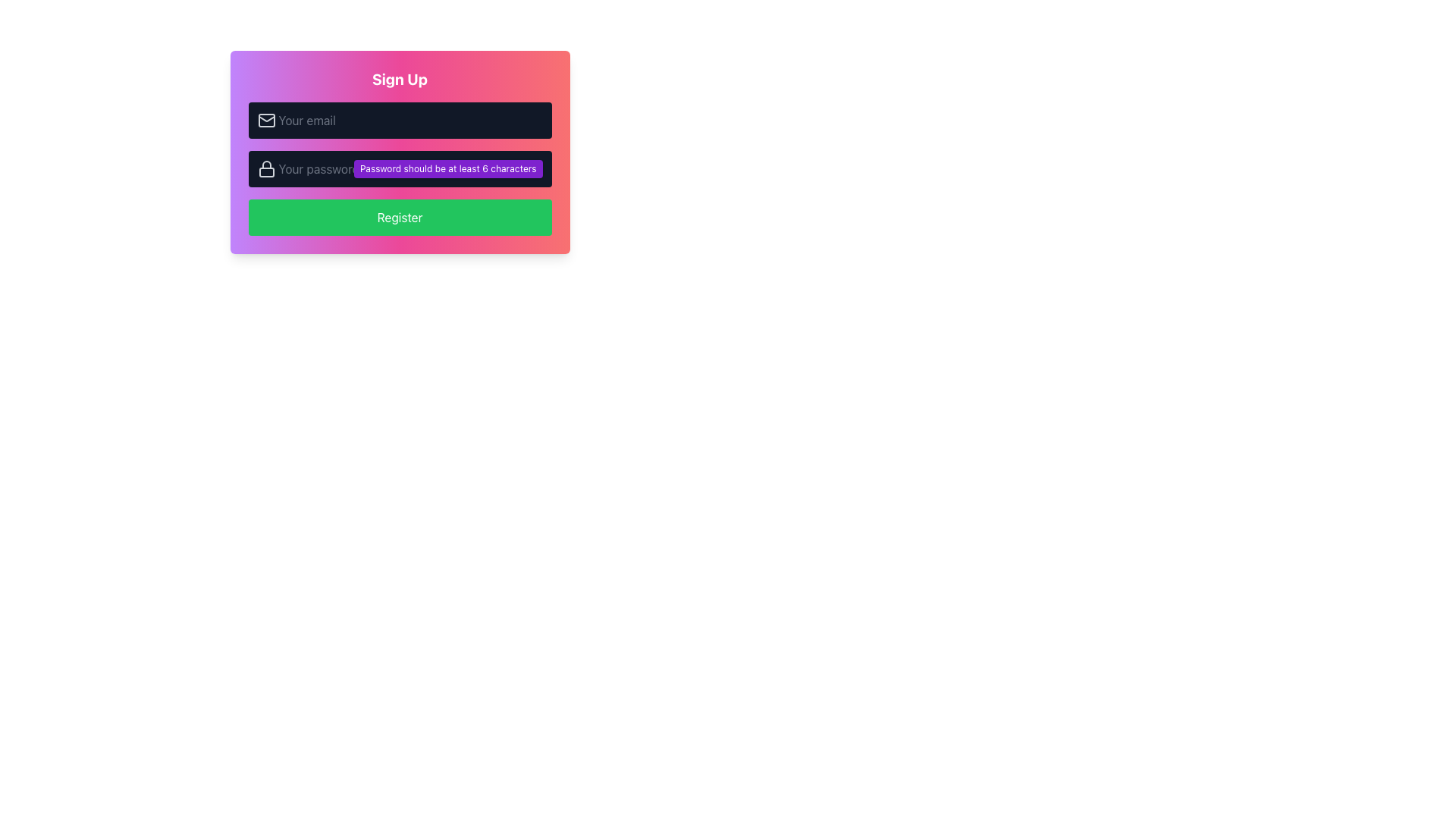  What do you see at coordinates (400, 152) in the screenshot?
I see `the purple validation tooltip next to the Password input field` at bounding box center [400, 152].